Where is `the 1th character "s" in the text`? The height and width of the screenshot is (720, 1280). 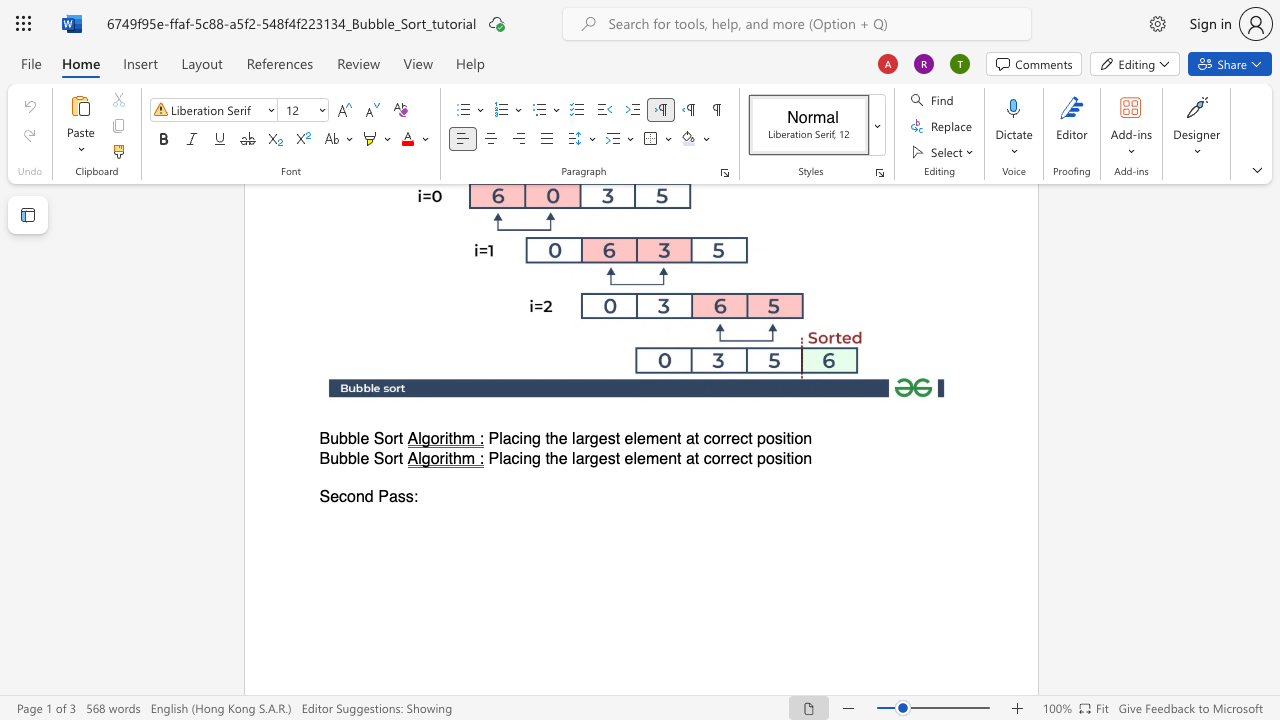
the 1th character "s" in the text is located at coordinates (400, 496).